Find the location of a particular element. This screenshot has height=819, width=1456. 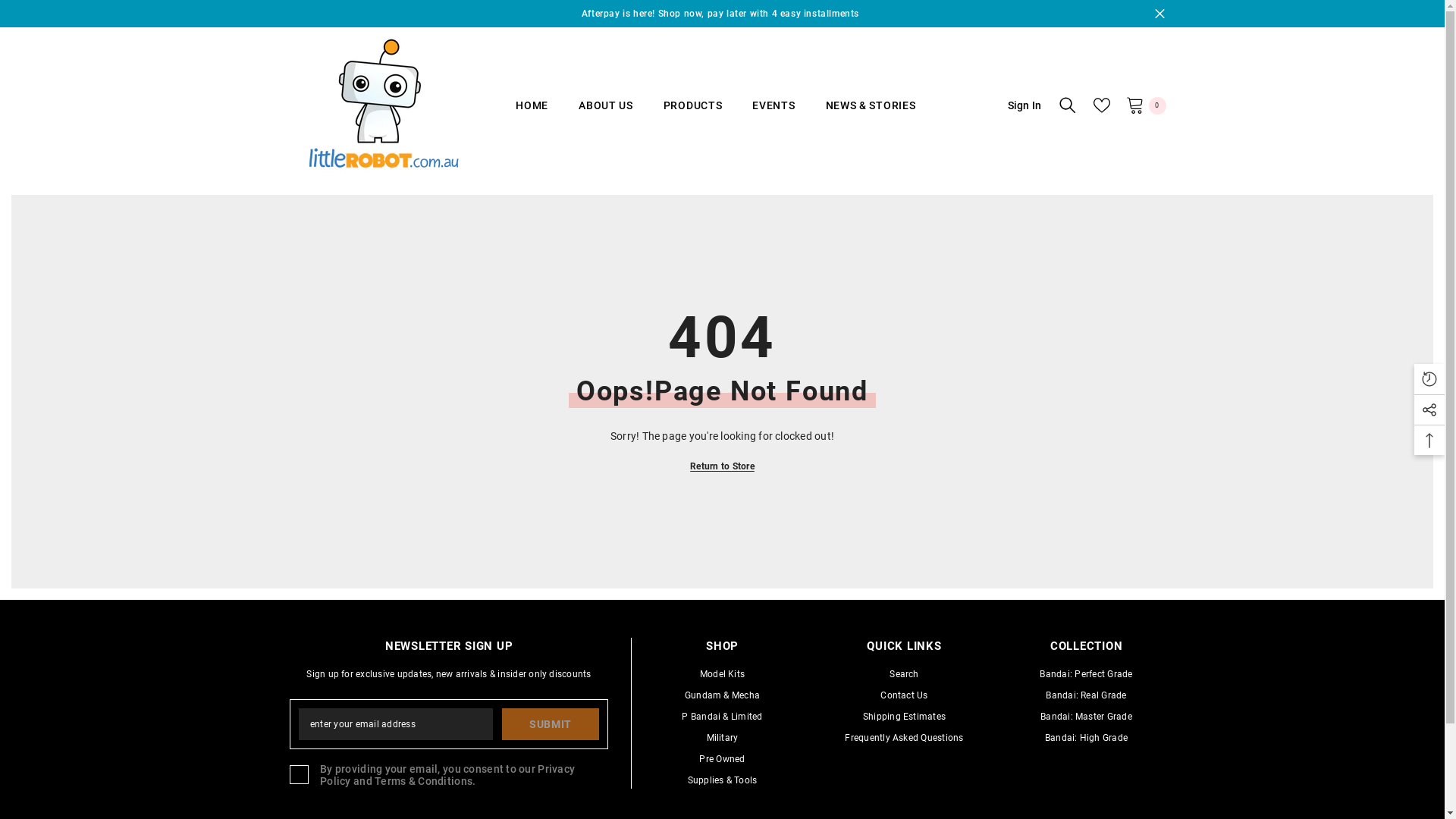

'HOME' is located at coordinates (532, 115).